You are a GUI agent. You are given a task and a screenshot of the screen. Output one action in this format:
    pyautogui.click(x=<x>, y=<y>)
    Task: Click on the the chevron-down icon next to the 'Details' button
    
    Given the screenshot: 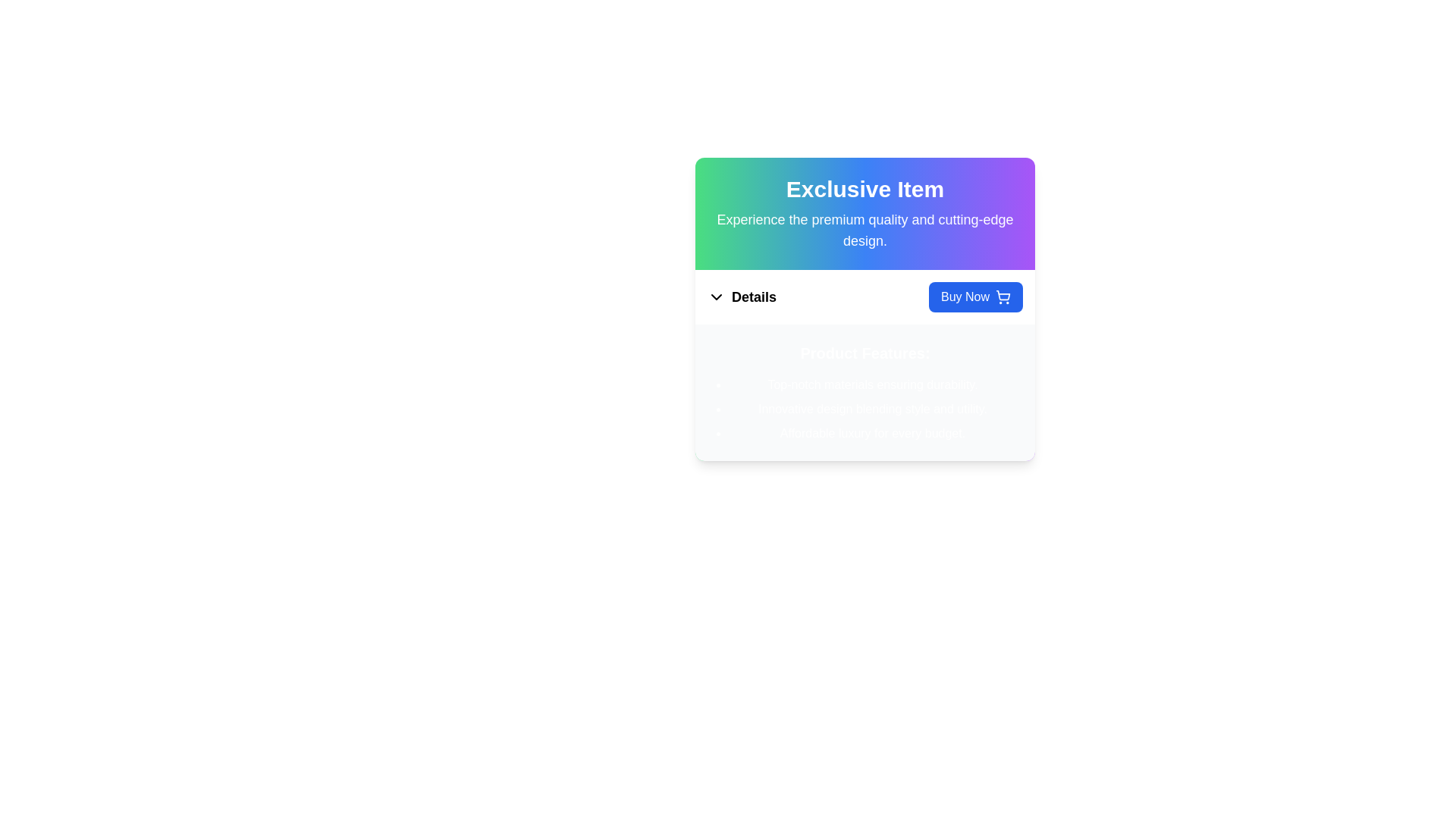 What is the action you would take?
    pyautogui.click(x=716, y=297)
    